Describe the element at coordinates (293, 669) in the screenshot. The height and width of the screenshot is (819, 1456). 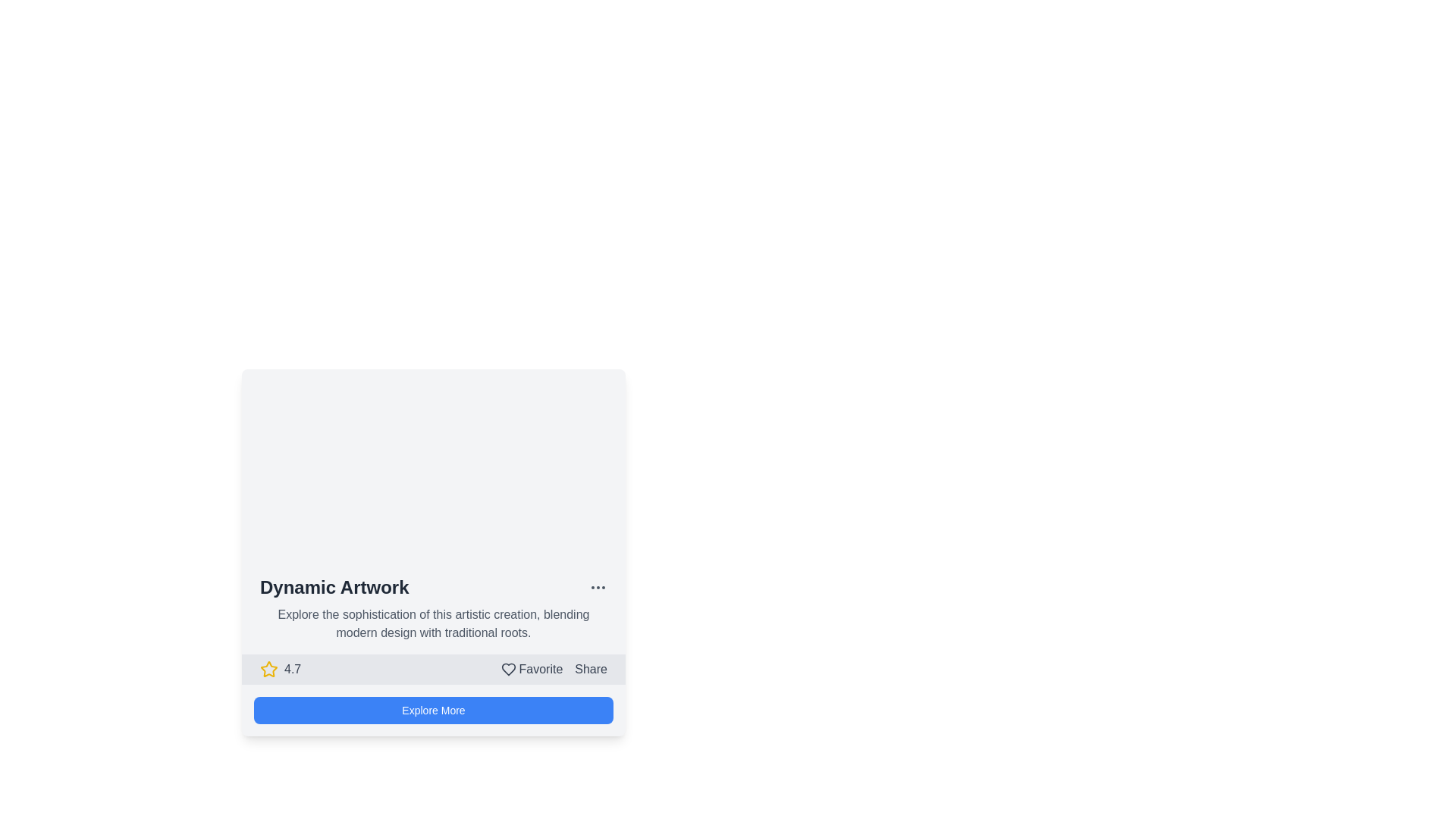
I see `the text label displaying the rating value '4.7'` at that location.